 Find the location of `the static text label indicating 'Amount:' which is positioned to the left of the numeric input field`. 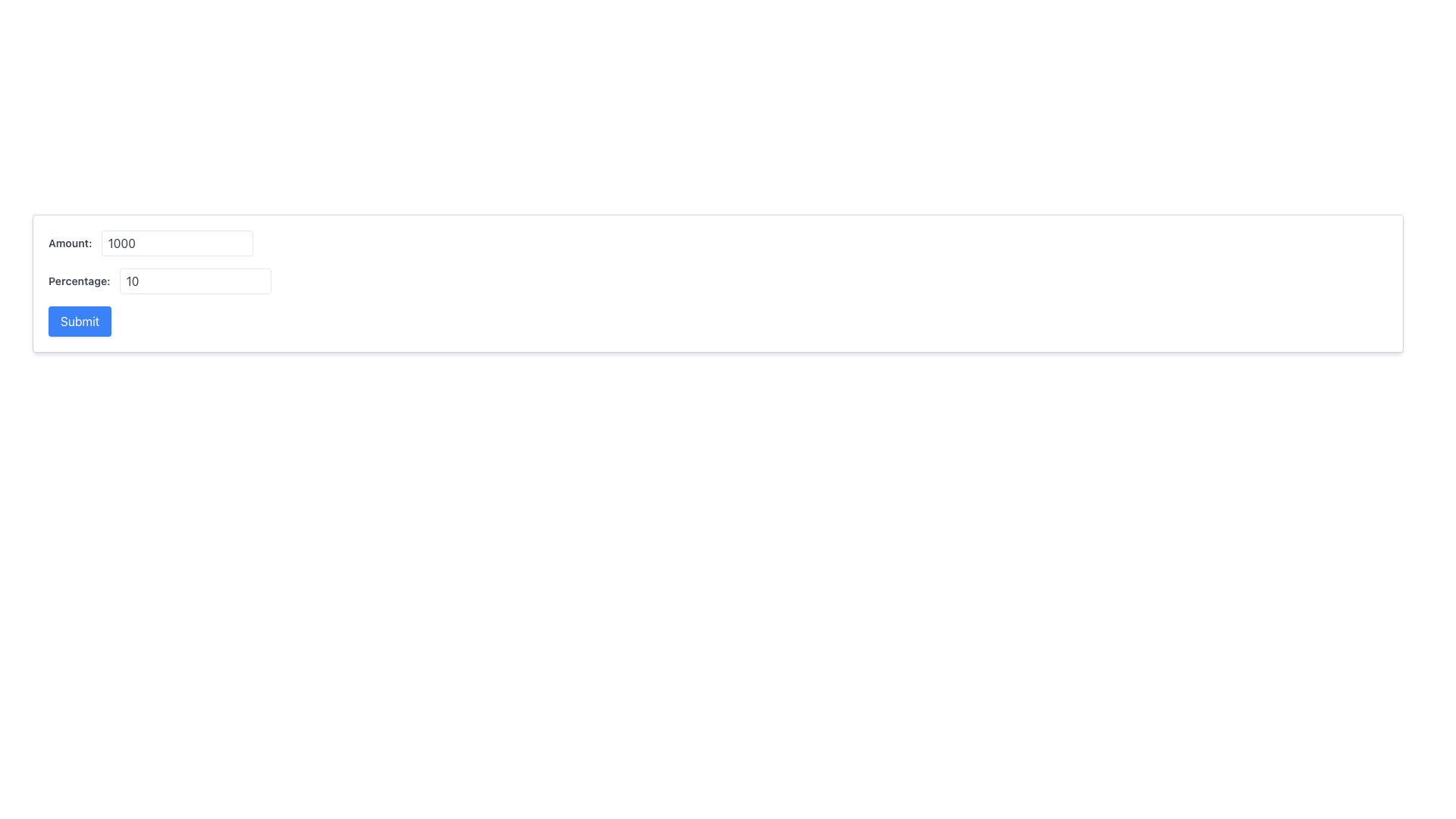

the static text label indicating 'Amount:' which is positioned to the left of the numeric input field is located at coordinates (69, 242).